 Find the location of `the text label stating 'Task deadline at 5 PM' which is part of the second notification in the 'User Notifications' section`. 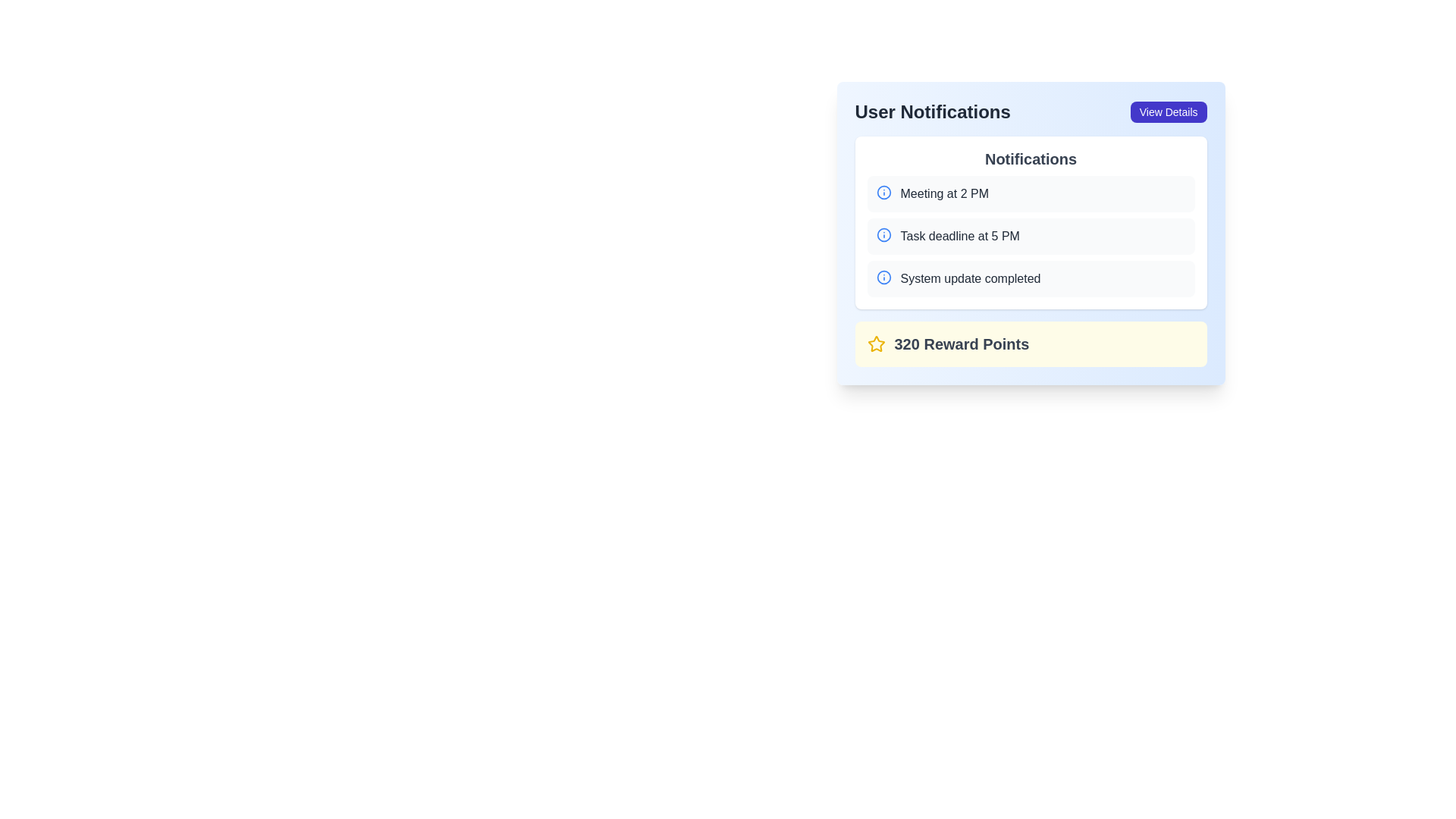

the text label stating 'Task deadline at 5 PM' which is part of the second notification in the 'User Notifications' section is located at coordinates (959, 237).